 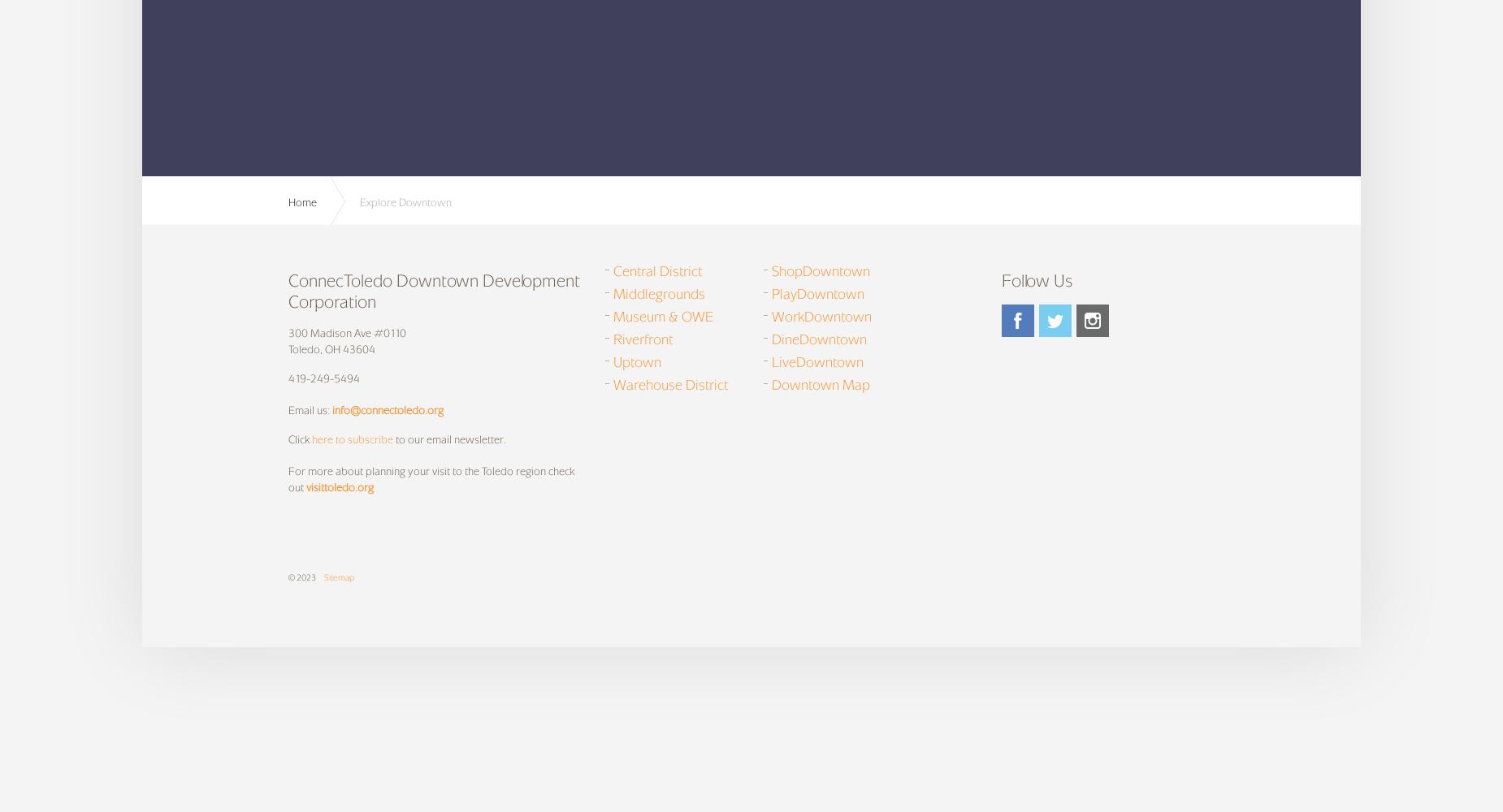 What do you see at coordinates (1035, 279) in the screenshot?
I see `'Follow Us'` at bounding box center [1035, 279].